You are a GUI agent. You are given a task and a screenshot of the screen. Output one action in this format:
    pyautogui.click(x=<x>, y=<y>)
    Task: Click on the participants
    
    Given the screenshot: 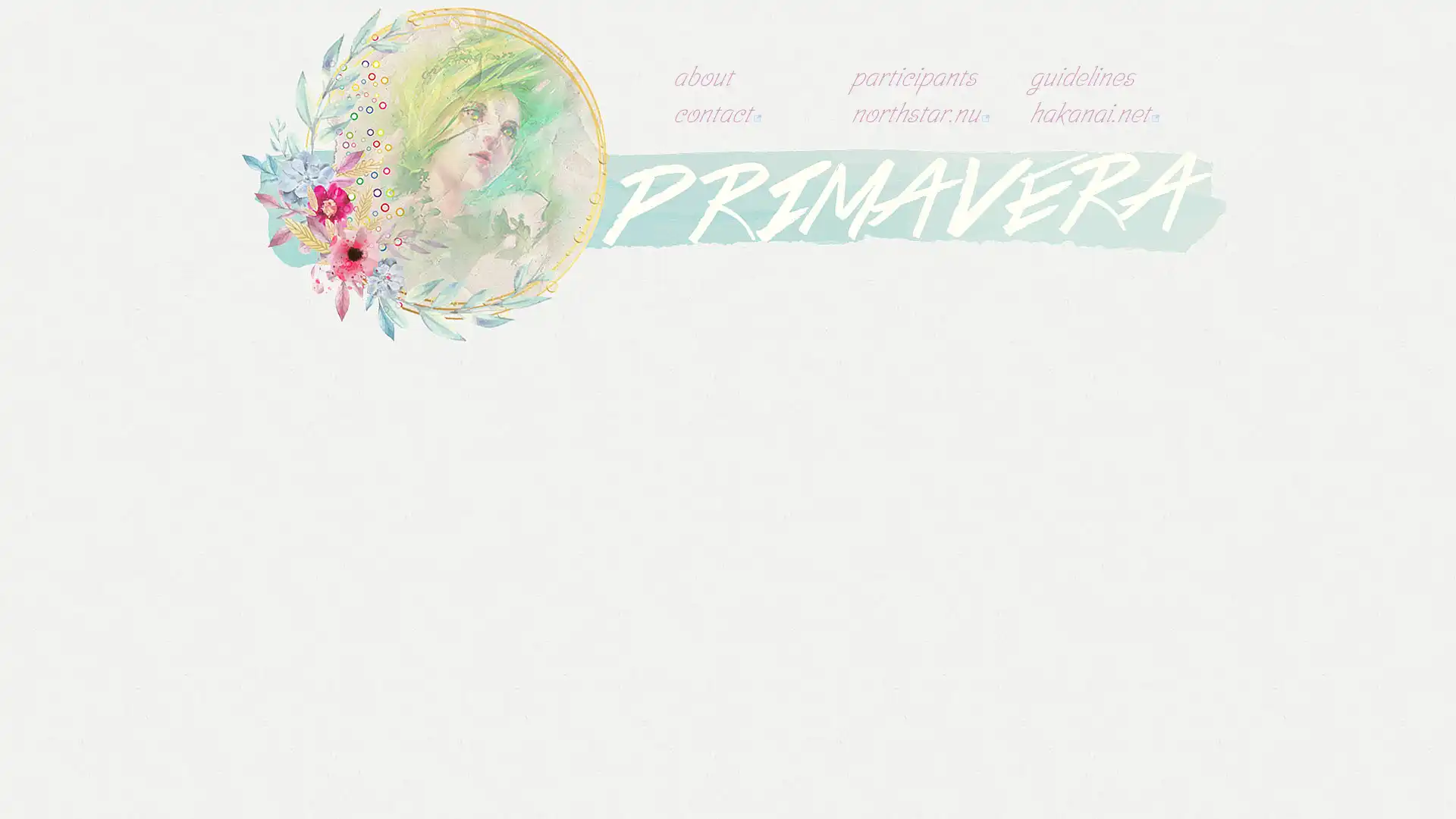 What is the action you would take?
    pyautogui.click(x=913, y=76)
    